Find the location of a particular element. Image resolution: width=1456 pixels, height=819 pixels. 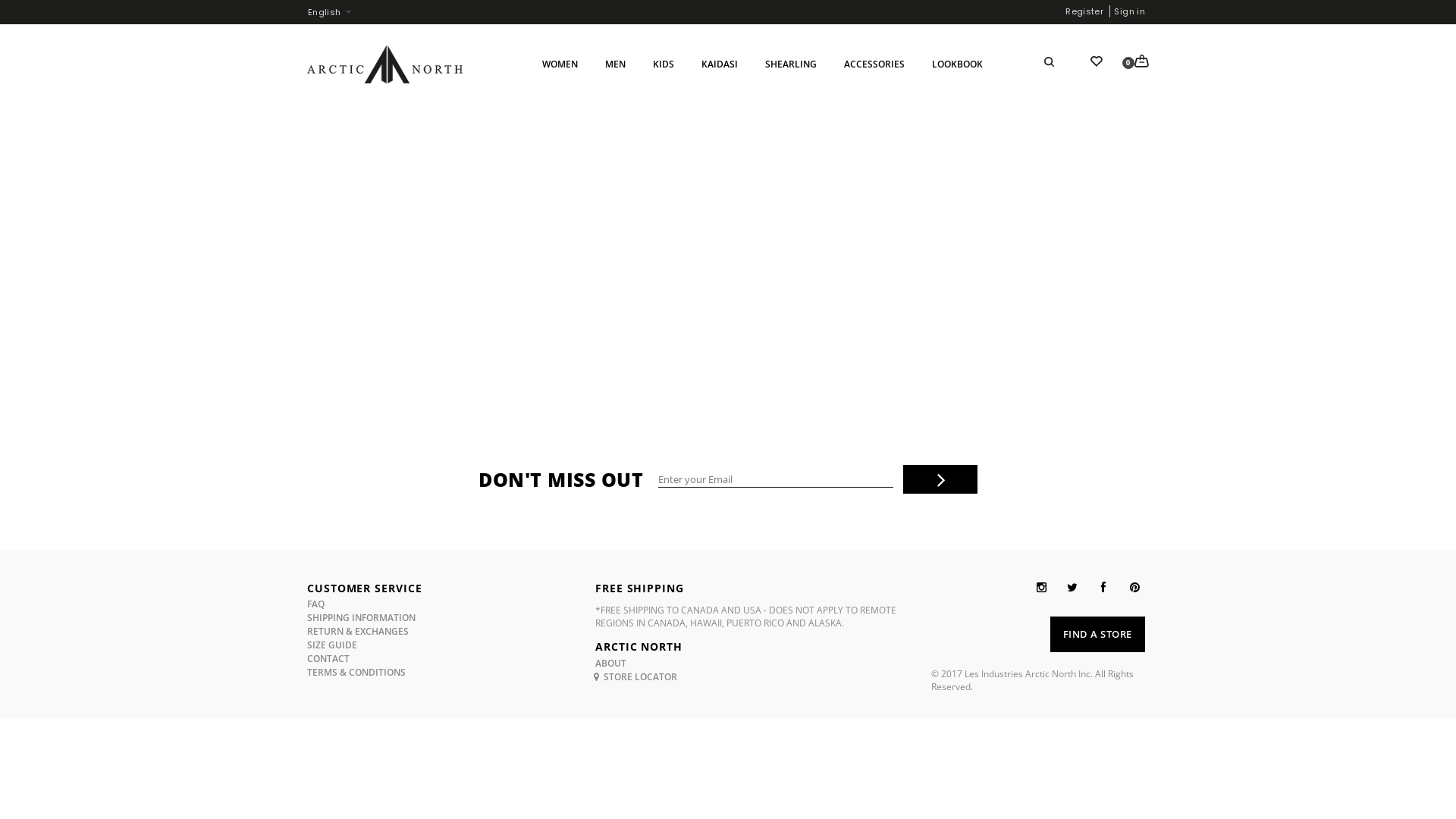

'Follow Chestnut on Twitter' is located at coordinates (1072, 586).